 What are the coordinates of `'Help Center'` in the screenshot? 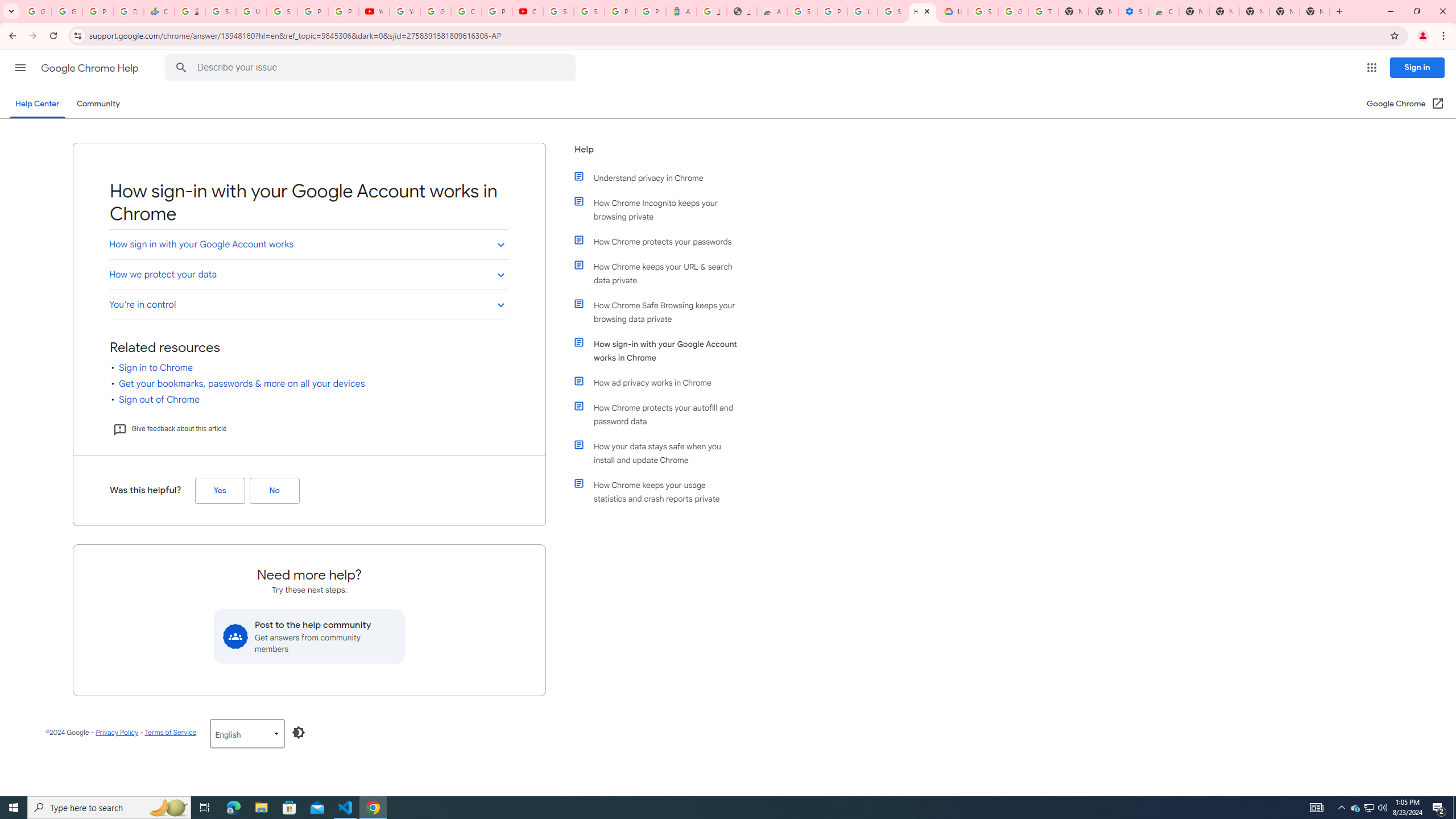 It's located at (37, 103).